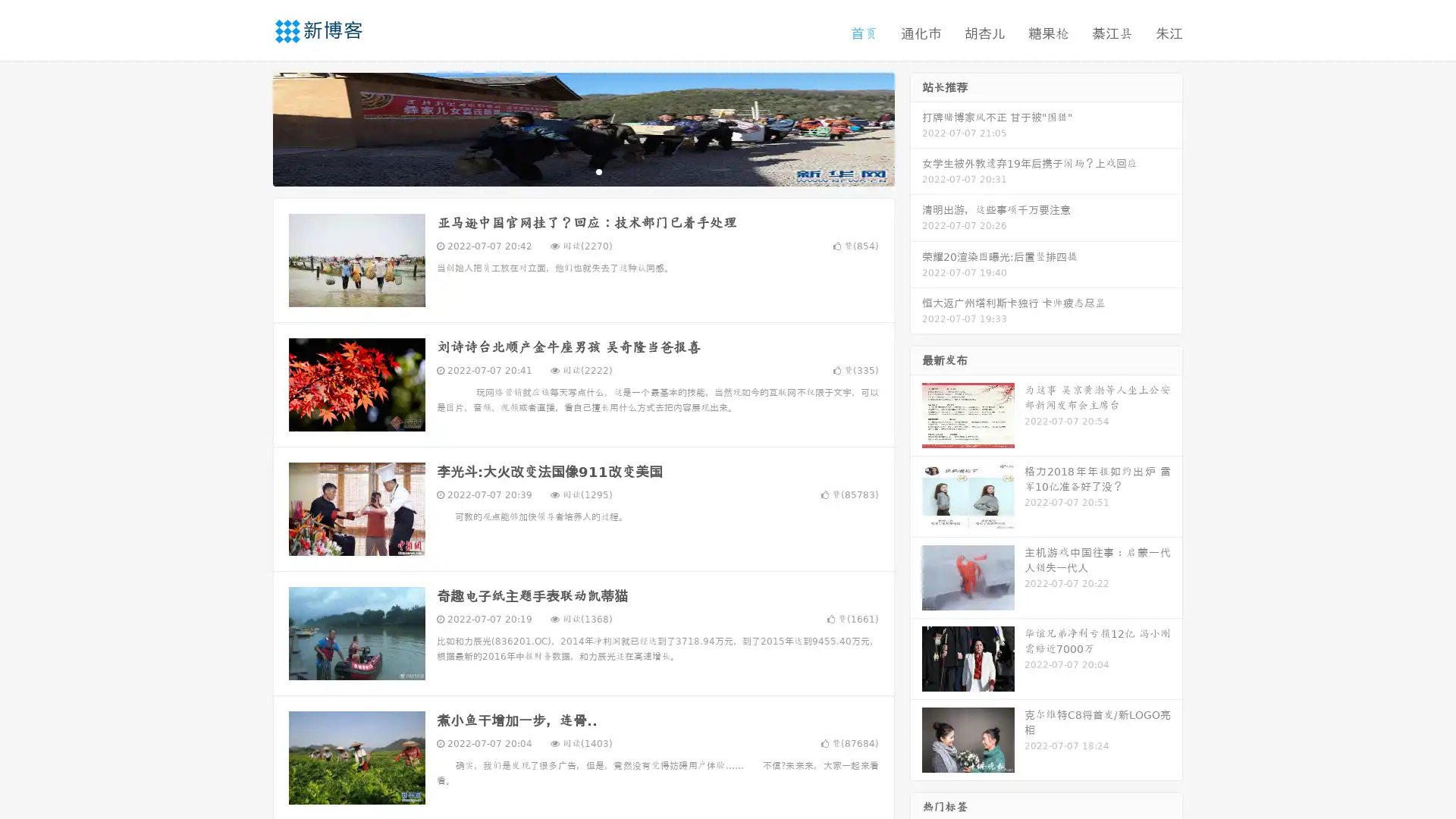 This screenshot has height=819, width=1456. I want to click on Go to slide 2, so click(582, 171).